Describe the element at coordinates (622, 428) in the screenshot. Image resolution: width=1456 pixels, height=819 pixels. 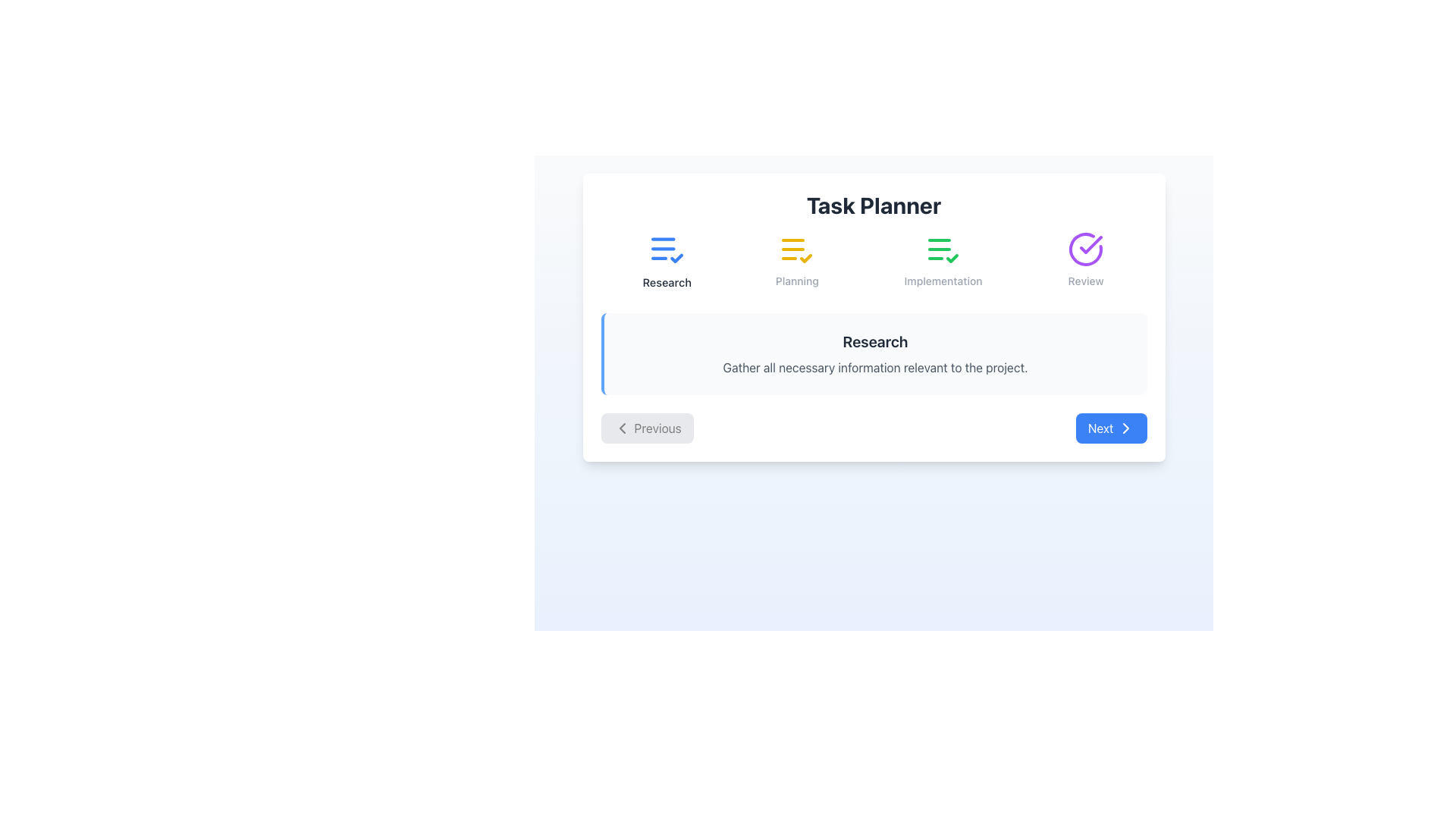
I see `the leftward-pointing chevron arrow icon within the 'Previous' button for navigation indication` at that location.